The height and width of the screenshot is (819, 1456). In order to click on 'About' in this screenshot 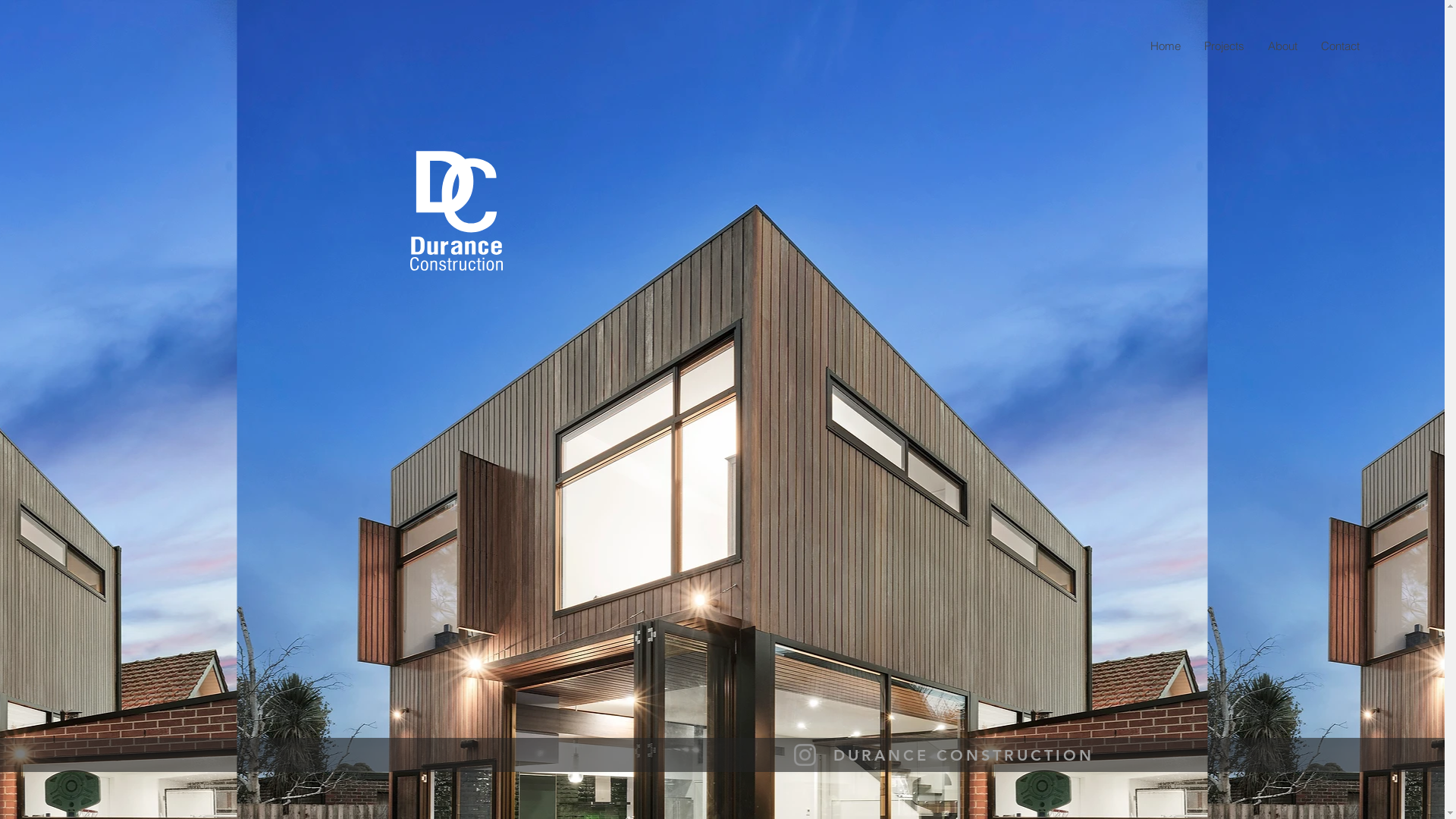, I will do `click(1281, 45)`.